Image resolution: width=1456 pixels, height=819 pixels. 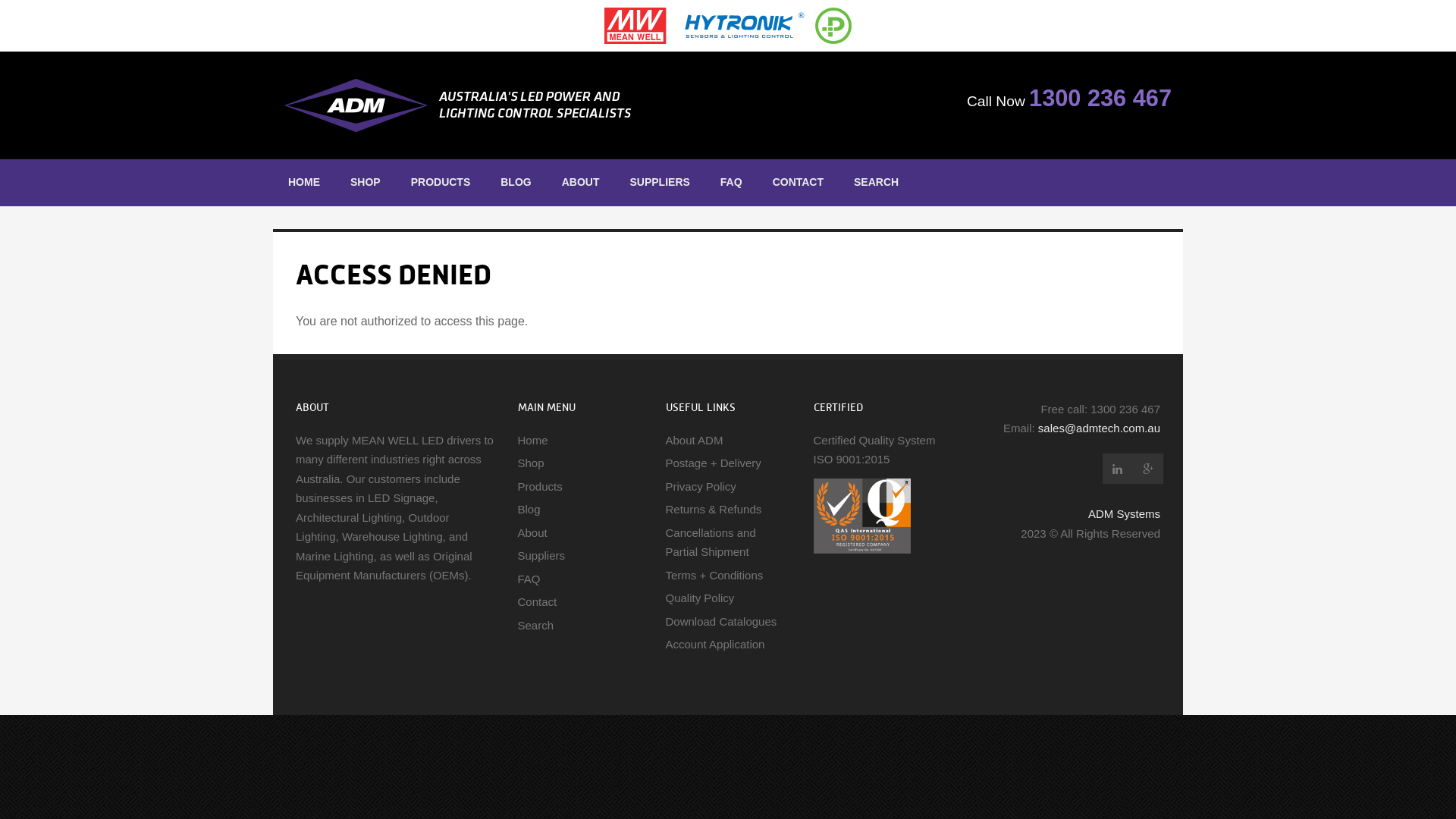 What do you see at coordinates (728, 26) in the screenshot?
I see `'MEAN WELL - Hytronic - Power Source'` at bounding box center [728, 26].